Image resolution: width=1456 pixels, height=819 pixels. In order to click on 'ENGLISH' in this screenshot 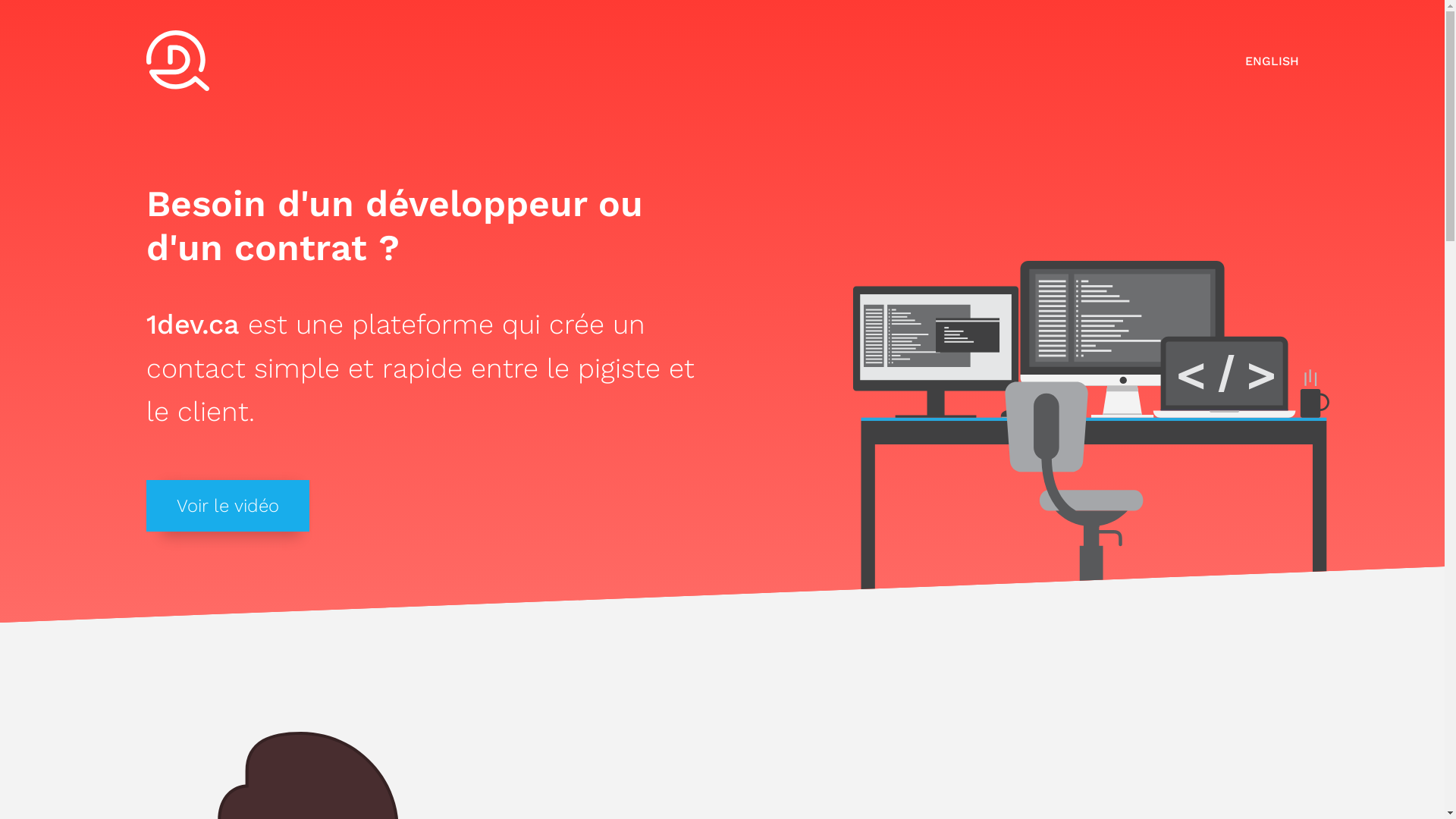, I will do `click(1272, 60)`.